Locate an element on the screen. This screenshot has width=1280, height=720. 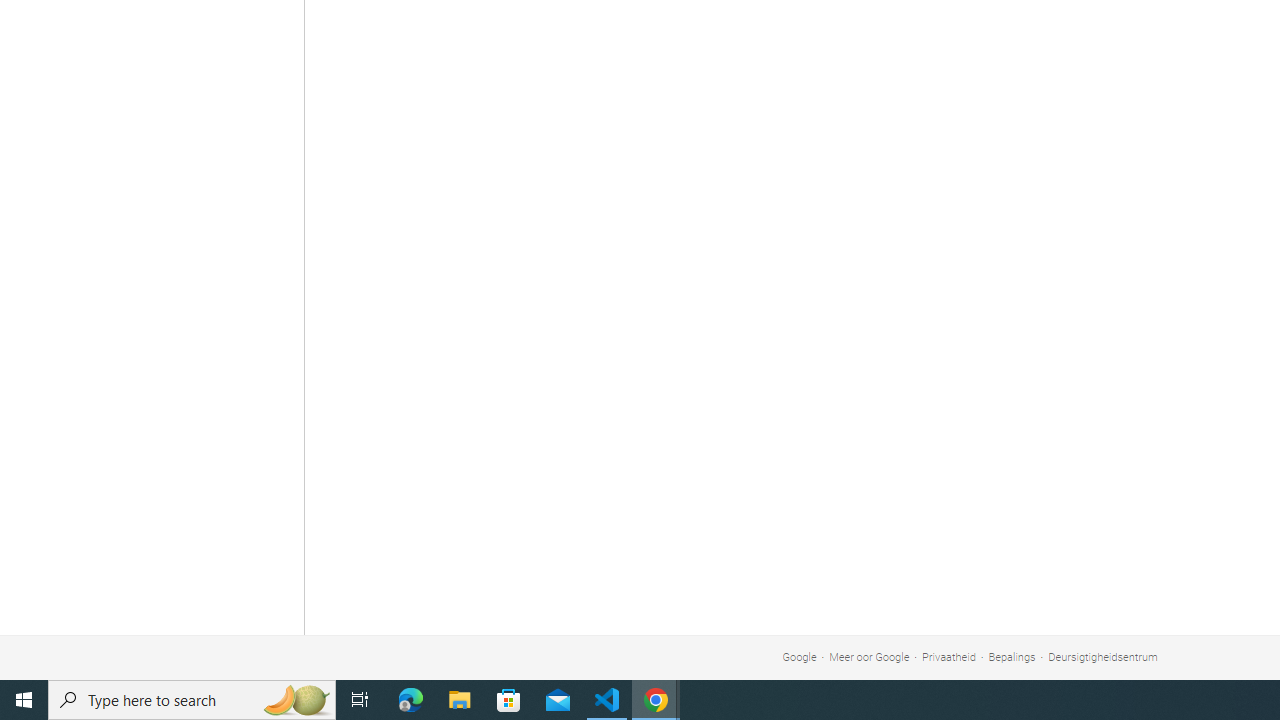
'Bepalings' is located at coordinates (1011, 657).